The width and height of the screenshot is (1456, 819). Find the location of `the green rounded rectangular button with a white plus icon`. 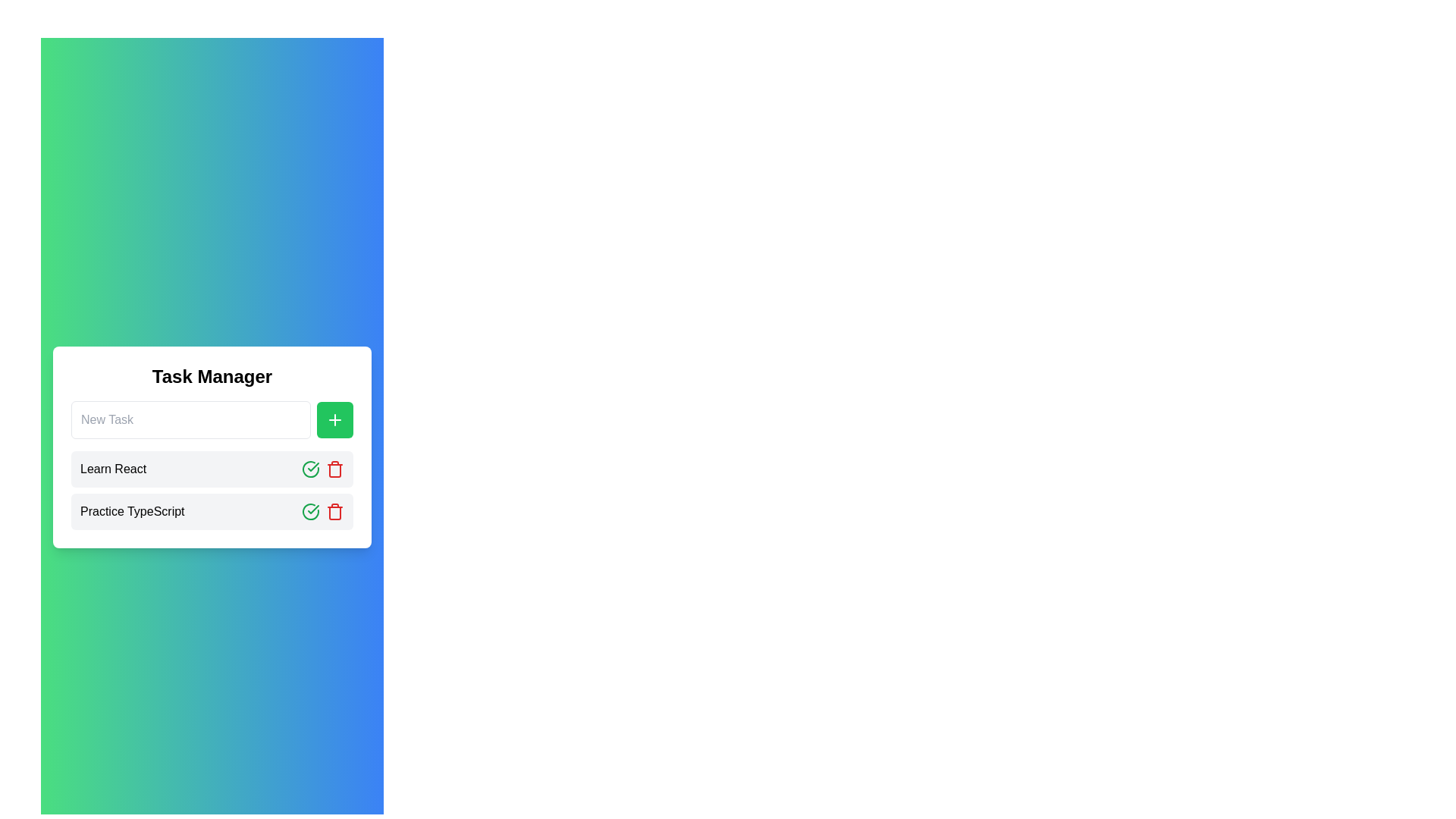

the green rounded rectangular button with a white plus icon is located at coordinates (334, 420).